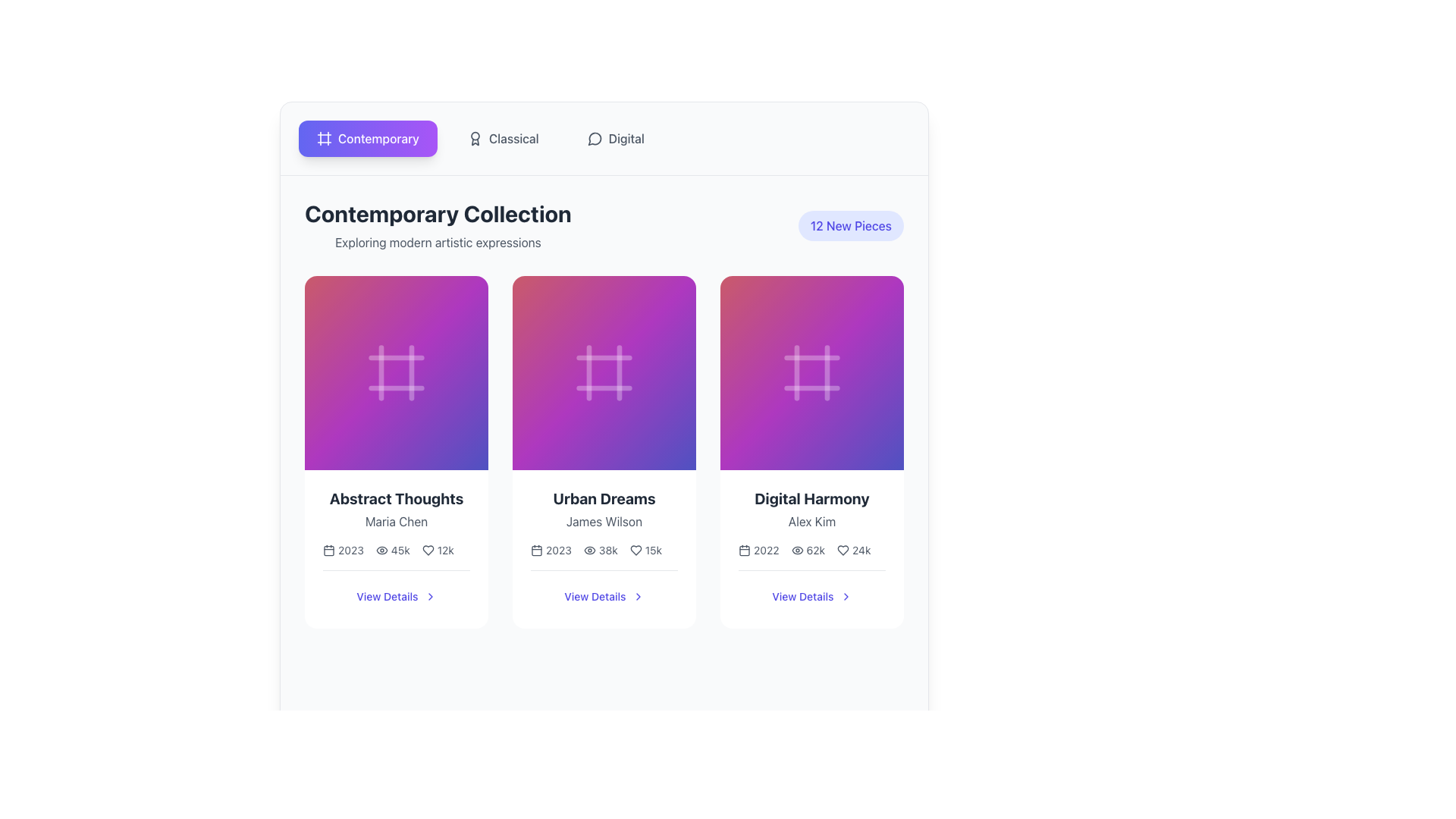 This screenshot has height=819, width=1456. What do you see at coordinates (595, 550) in the screenshot?
I see `displayed information from the second metadata row located below the title 'Urban Dreams' in the center panel of the three-panel layout` at bounding box center [595, 550].